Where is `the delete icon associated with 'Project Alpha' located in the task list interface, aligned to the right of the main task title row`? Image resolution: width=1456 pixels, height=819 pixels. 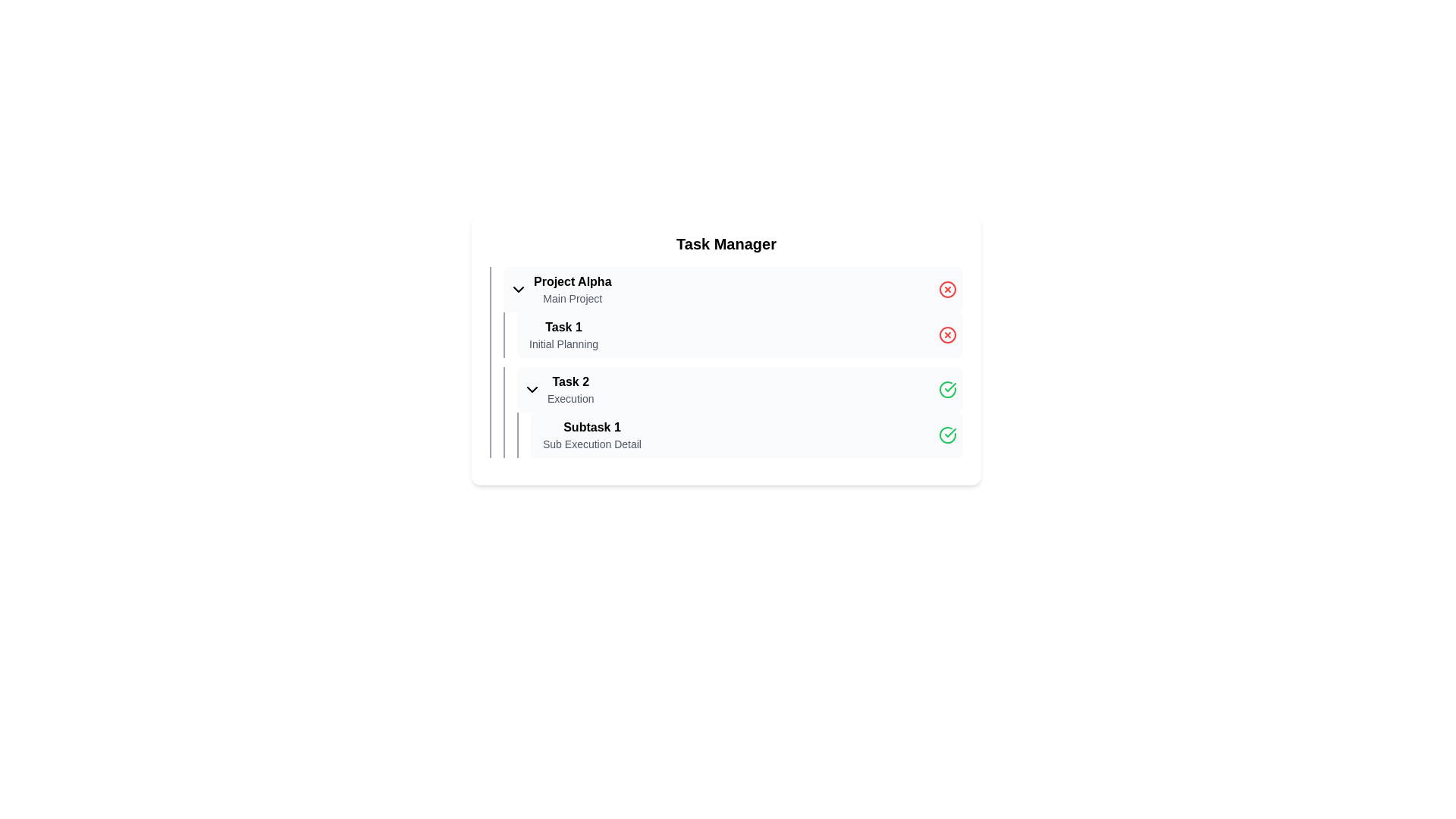 the delete icon associated with 'Project Alpha' located in the task list interface, aligned to the right of the main task title row is located at coordinates (946, 289).